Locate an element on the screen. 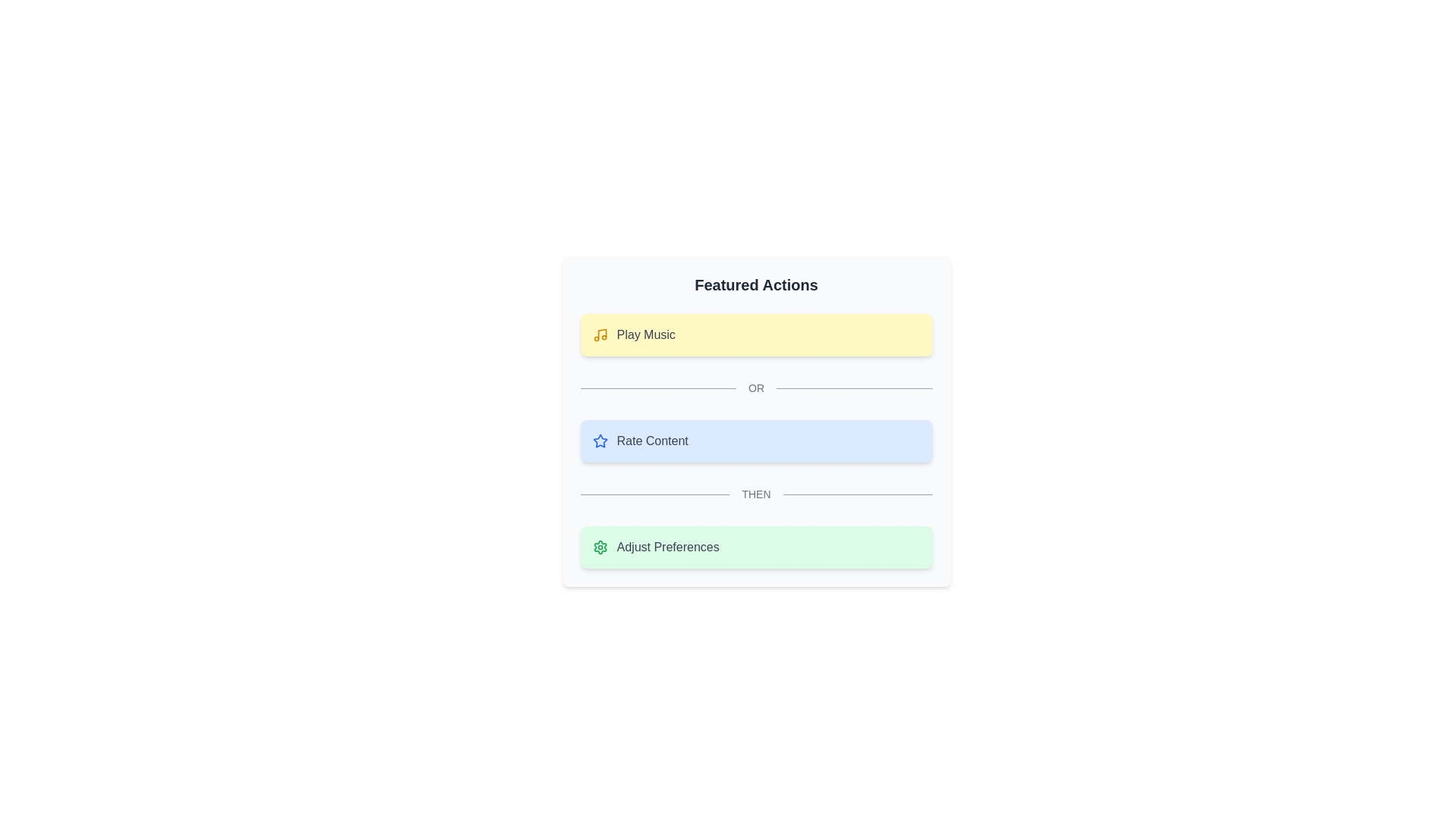 This screenshot has width=1456, height=819. the second Card item in the 'Featured Actions' section, which is related to rating content and is positioned between the 'Play Music' and 'Adjust Preferences' blocks is located at coordinates (756, 421).